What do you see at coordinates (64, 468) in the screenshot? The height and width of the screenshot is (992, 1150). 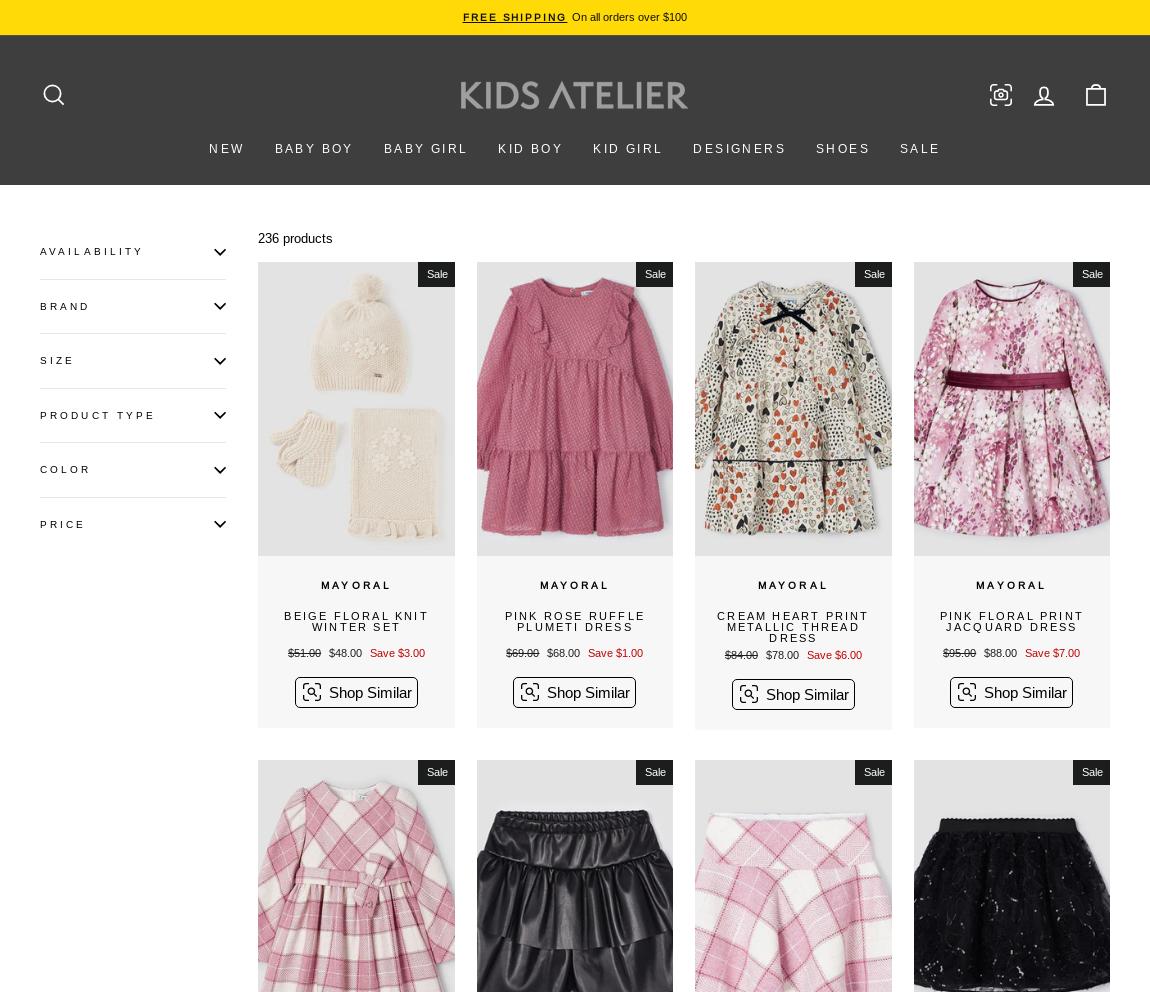 I see `'Color'` at bounding box center [64, 468].